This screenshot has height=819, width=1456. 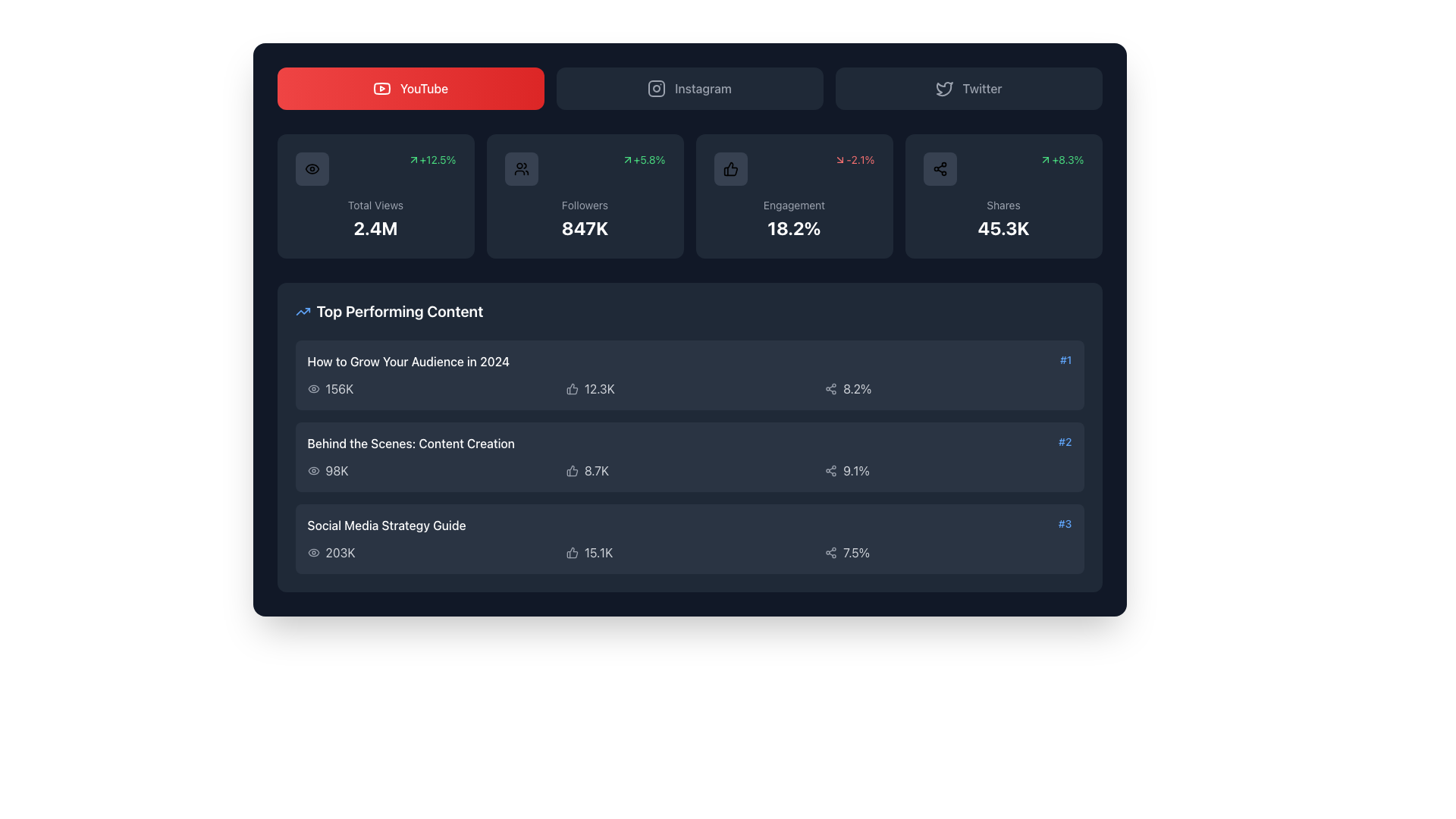 I want to click on the user approval icon located in the 'Top Performing Content' section, specifically next to the content item 'Behind the Scenes: Content Creation' and to the left of the numeric value '8.7K', so click(x=571, y=470).